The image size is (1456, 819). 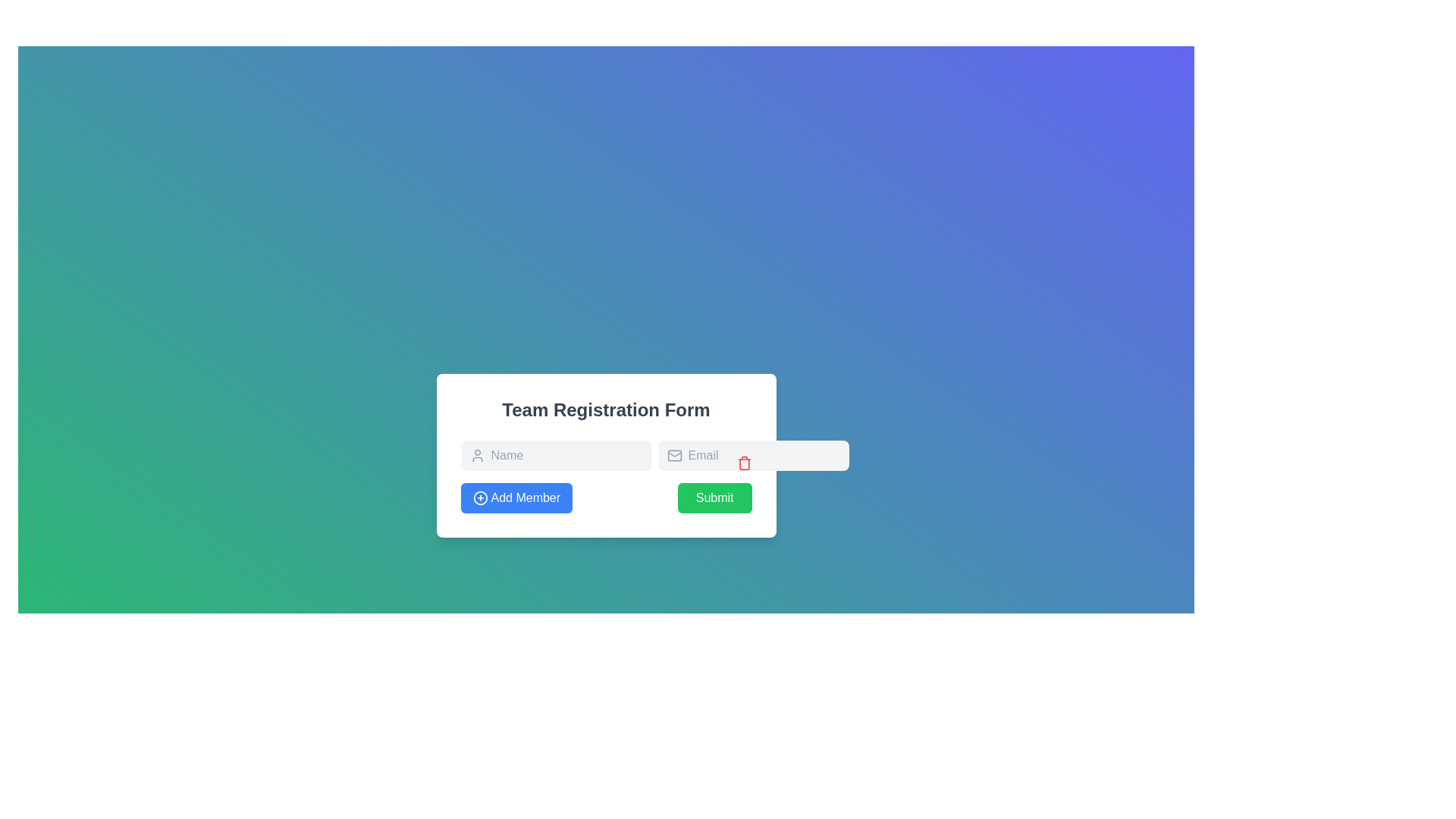 What do you see at coordinates (744, 463) in the screenshot?
I see `the body of the trash icon graphic, which is the second part of the group representing the delete action` at bounding box center [744, 463].